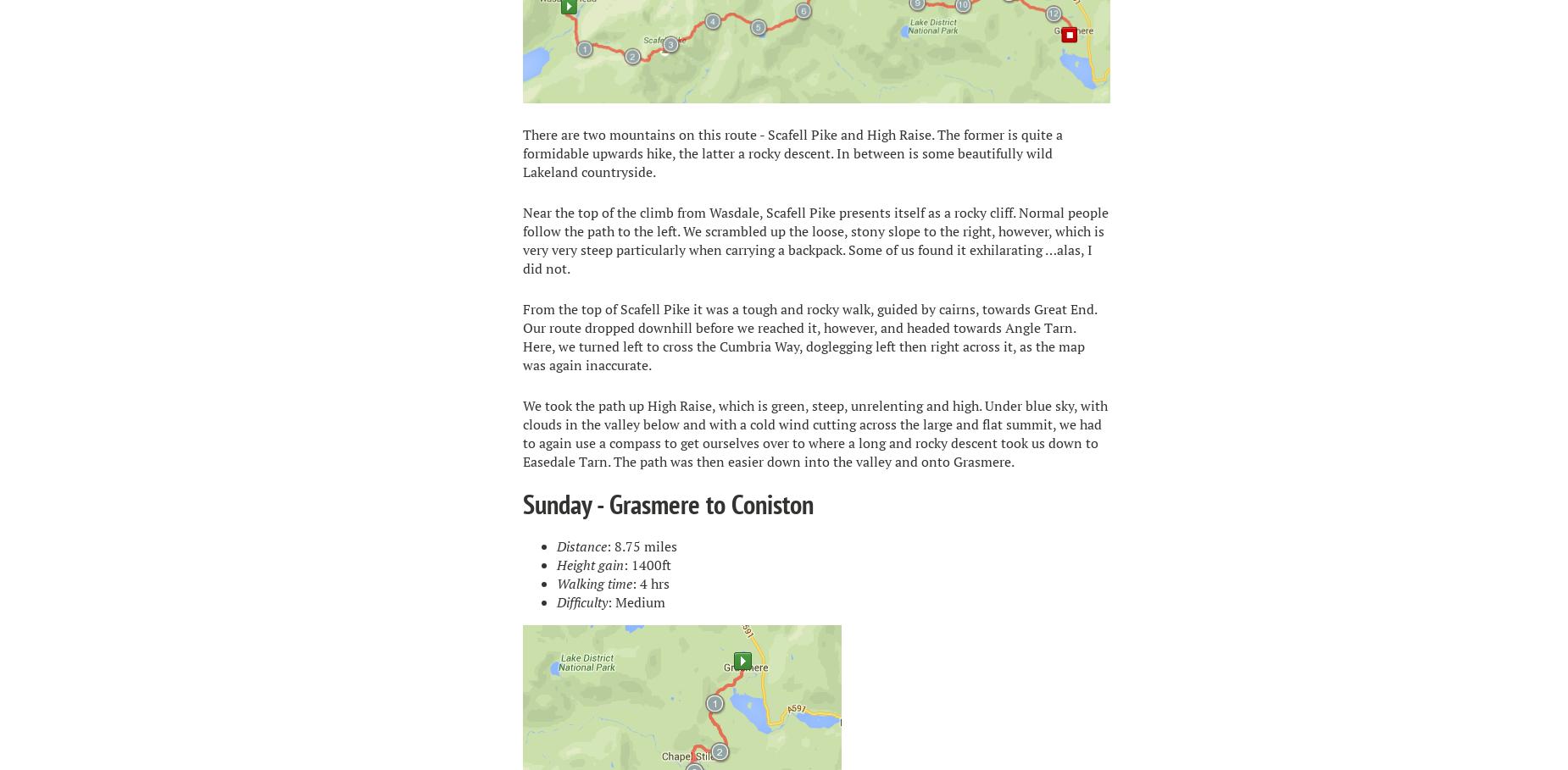 This screenshot has width=1568, height=770. Describe the element at coordinates (667, 502) in the screenshot. I see `'Sunday - Grasmere to Coniston'` at that location.